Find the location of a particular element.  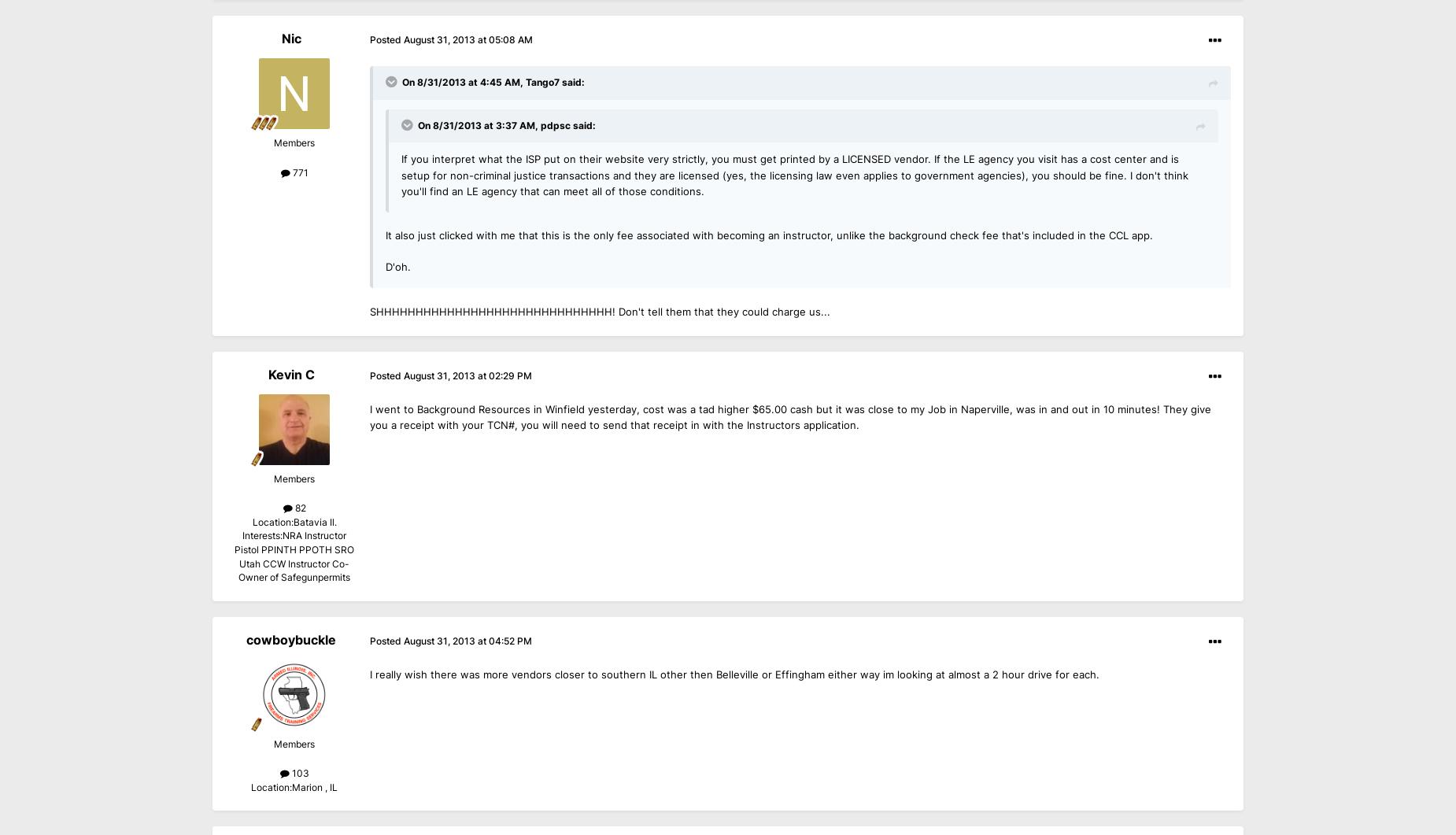

'Kevin C' is located at coordinates (267, 374).